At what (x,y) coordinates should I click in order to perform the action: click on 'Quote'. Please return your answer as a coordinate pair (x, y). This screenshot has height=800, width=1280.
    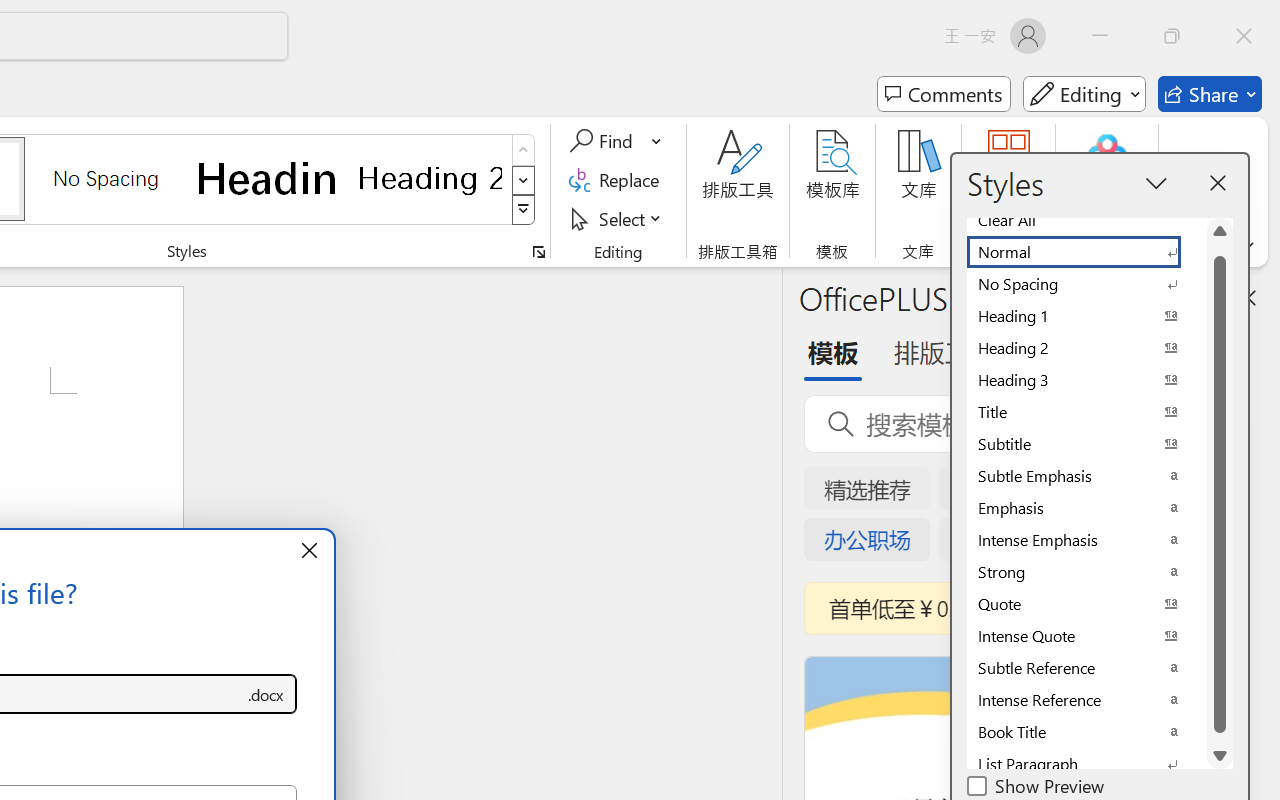
    Looking at the image, I should click on (1085, 604).